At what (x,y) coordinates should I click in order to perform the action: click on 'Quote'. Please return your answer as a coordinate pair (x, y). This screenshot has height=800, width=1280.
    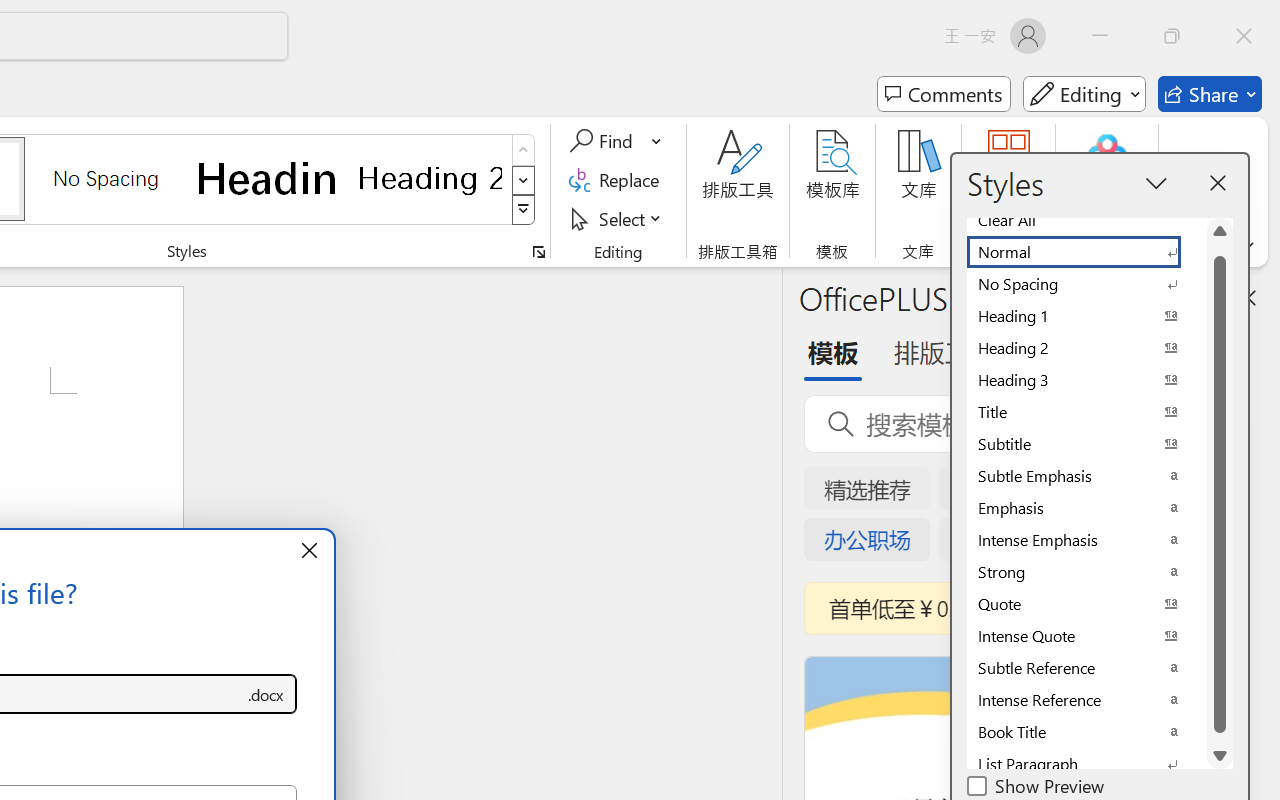
    Looking at the image, I should click on (1085, 604).